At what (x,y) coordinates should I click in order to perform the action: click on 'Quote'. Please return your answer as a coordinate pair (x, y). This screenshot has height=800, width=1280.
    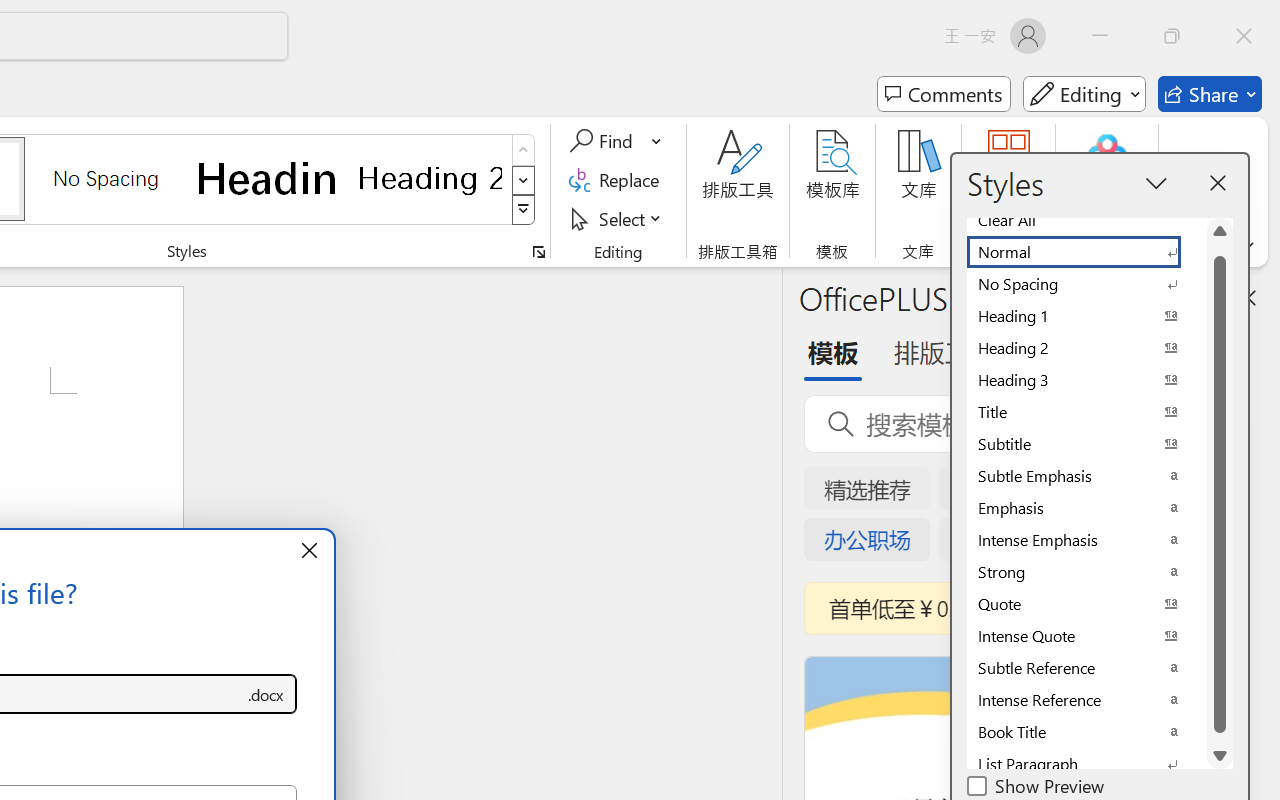
    Looking at the image, I should click on (1085, 604).